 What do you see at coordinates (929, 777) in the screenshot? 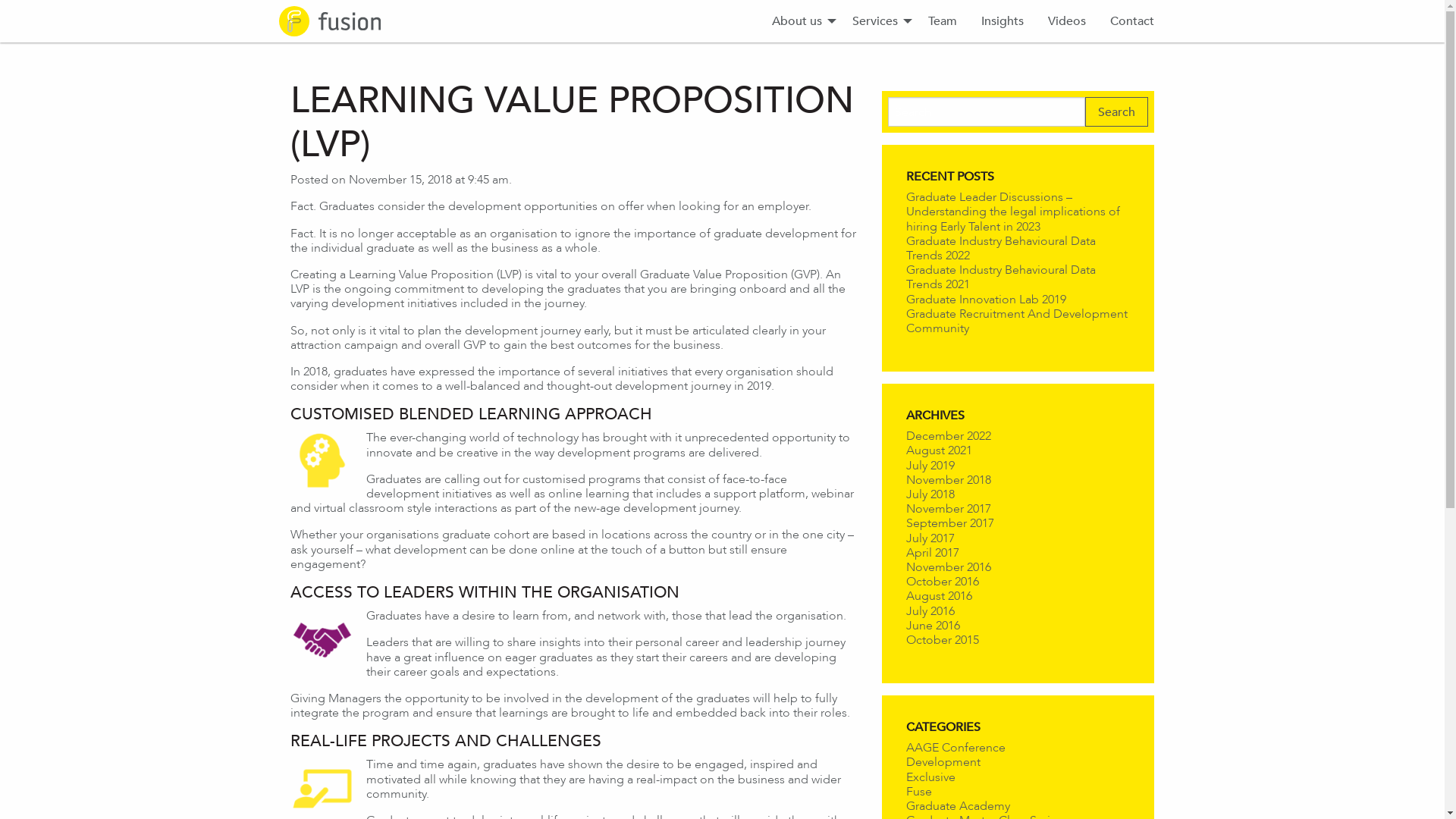
I see `'Exclusive'` at bounding box center [929, 777].